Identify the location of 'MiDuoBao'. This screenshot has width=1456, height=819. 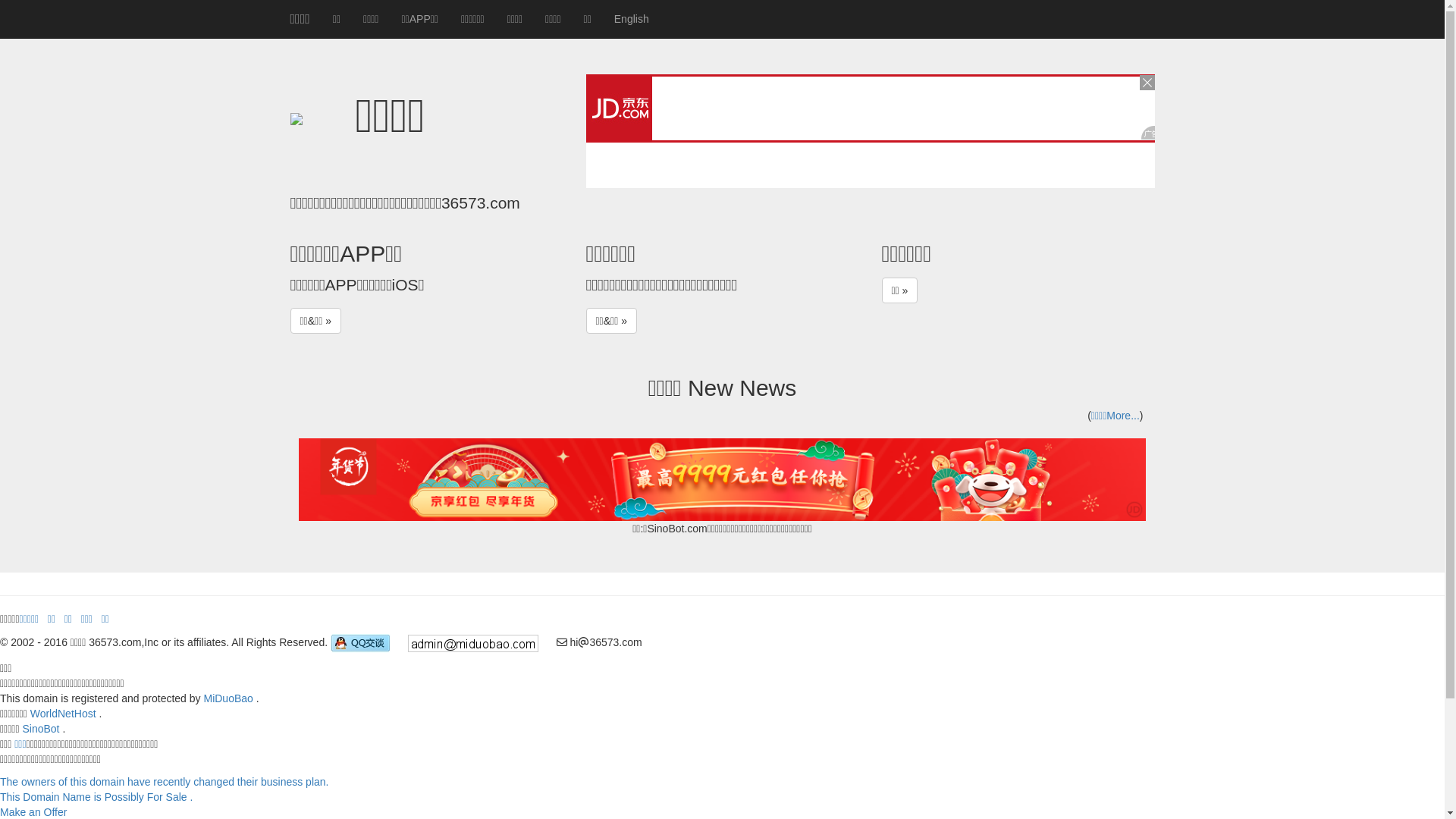
(227, 698).